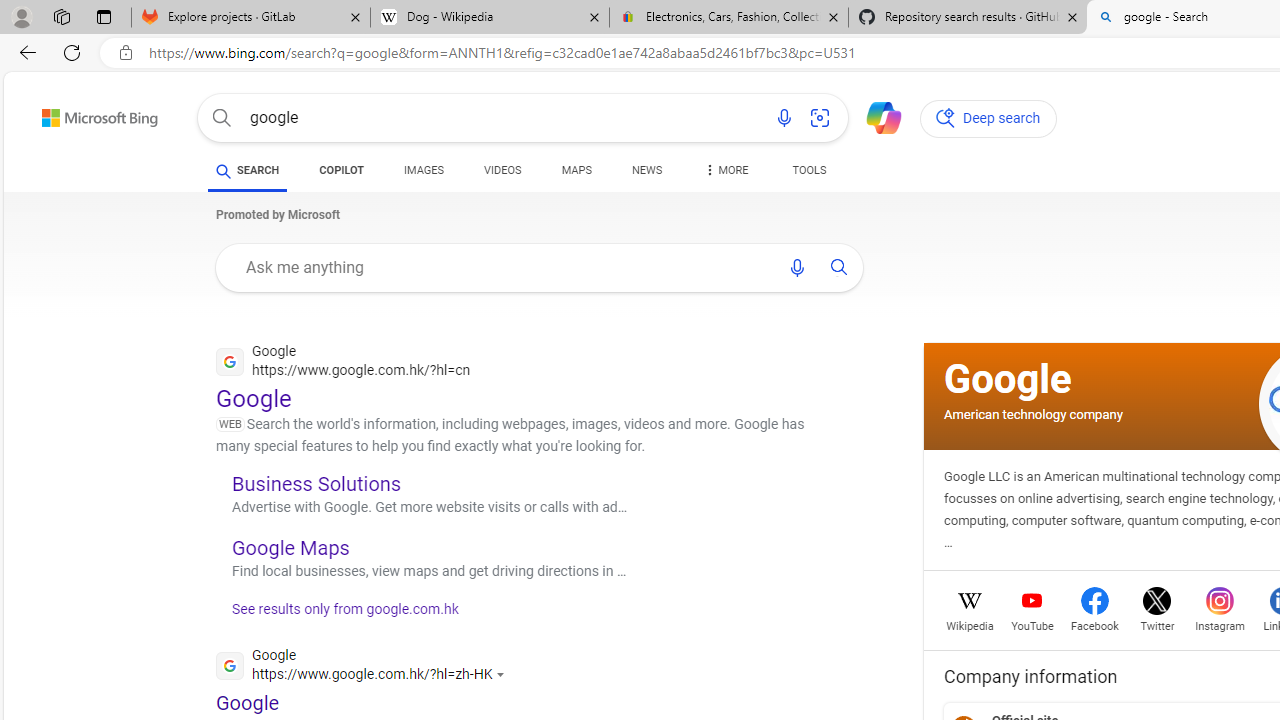  I want to click on 'American technology company', so click(1033, 412).